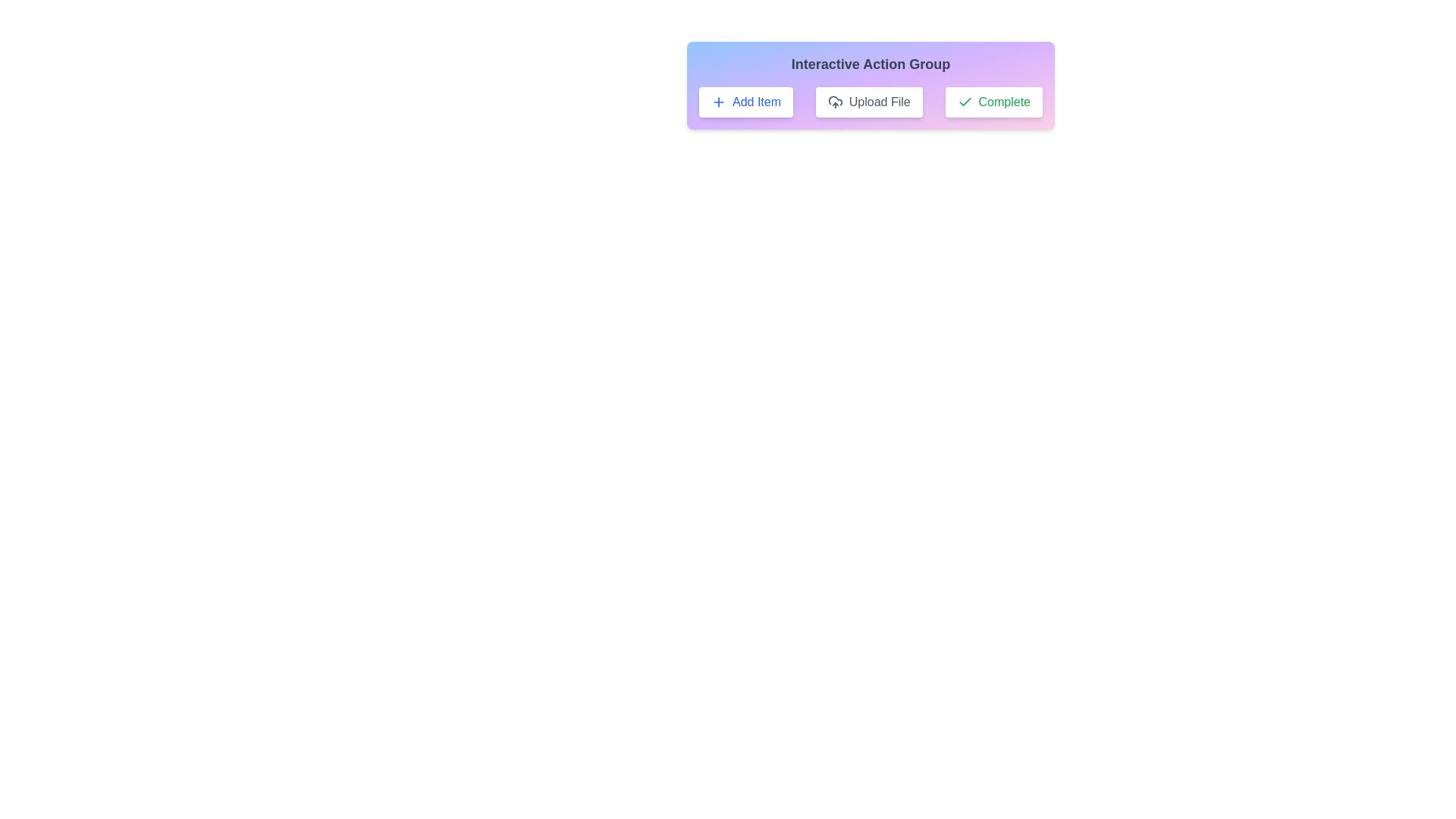 The image size is (1456, 819). Describe the element at coordinates (718, 102) in the screenshot. I see `the 'Add Item' button icon` at that location.